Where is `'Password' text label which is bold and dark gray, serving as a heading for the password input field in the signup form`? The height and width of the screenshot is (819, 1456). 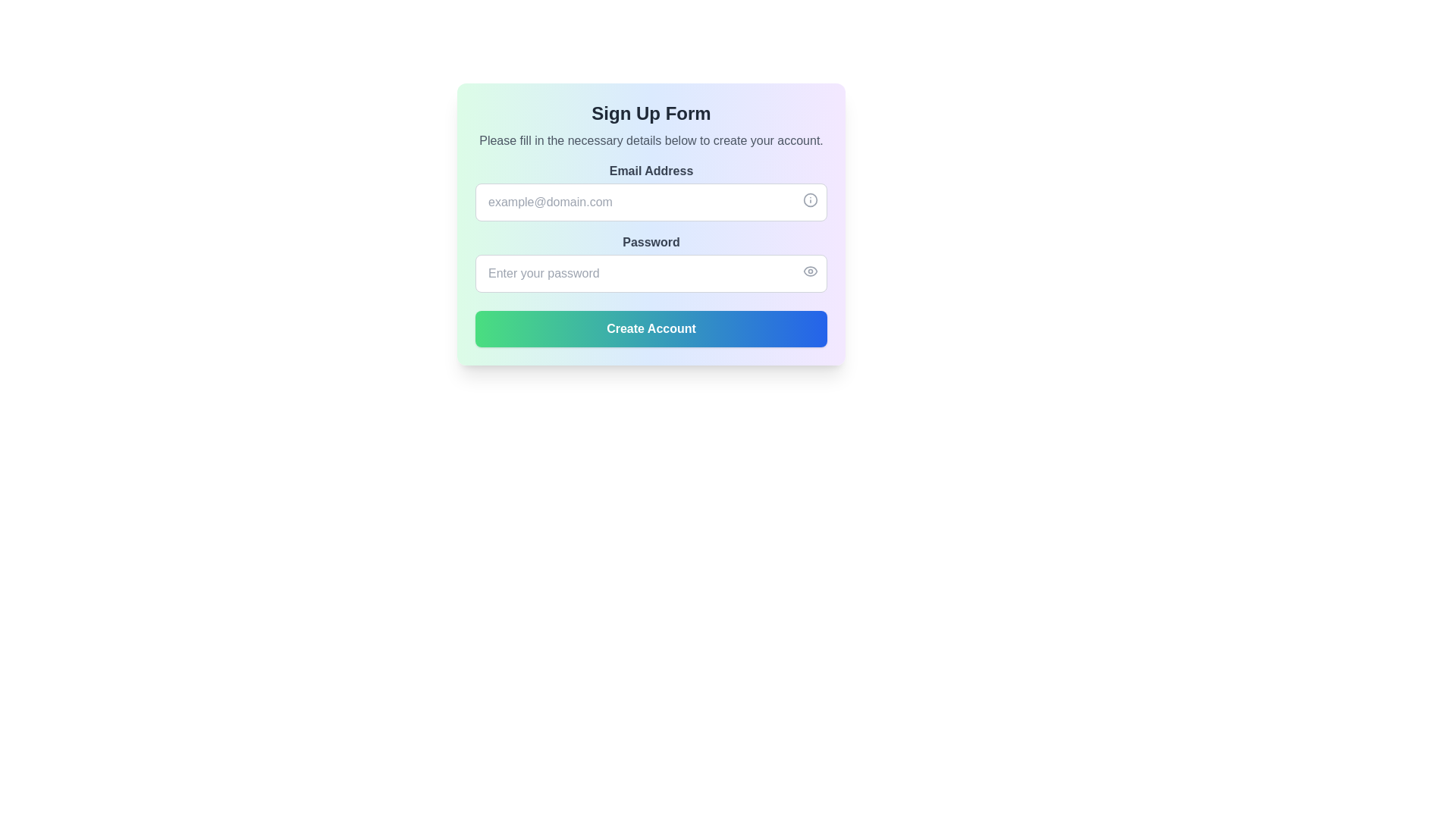 'Password' text label which is bold and dark gray, serving as a heading for the password input field in the signup form is located at coordinates (651, 242).